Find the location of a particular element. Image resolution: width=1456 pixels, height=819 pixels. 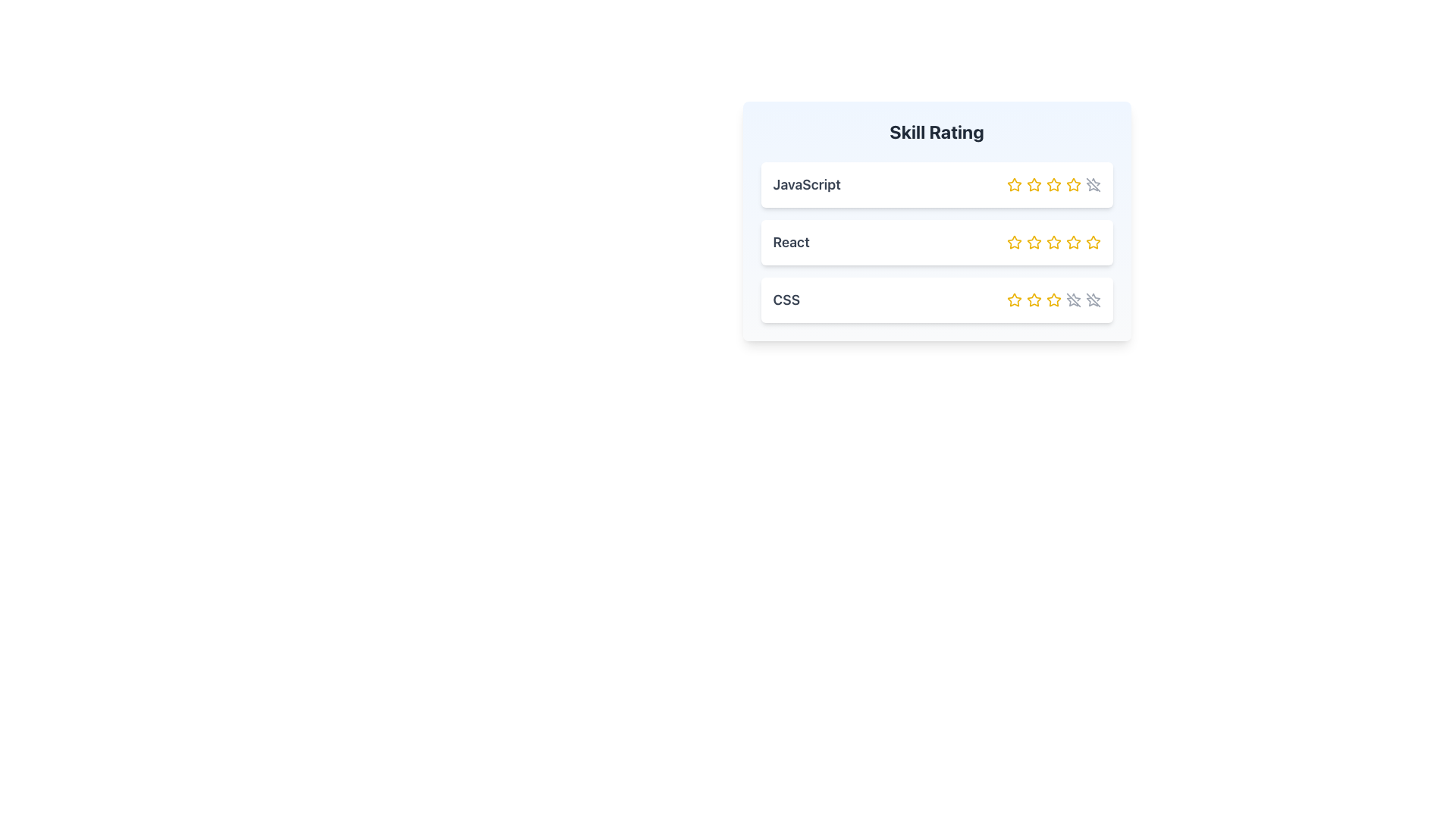

the third star in the 'CSS' skill rating interface to interact with the rating system is located at coordinates (1053, 300).